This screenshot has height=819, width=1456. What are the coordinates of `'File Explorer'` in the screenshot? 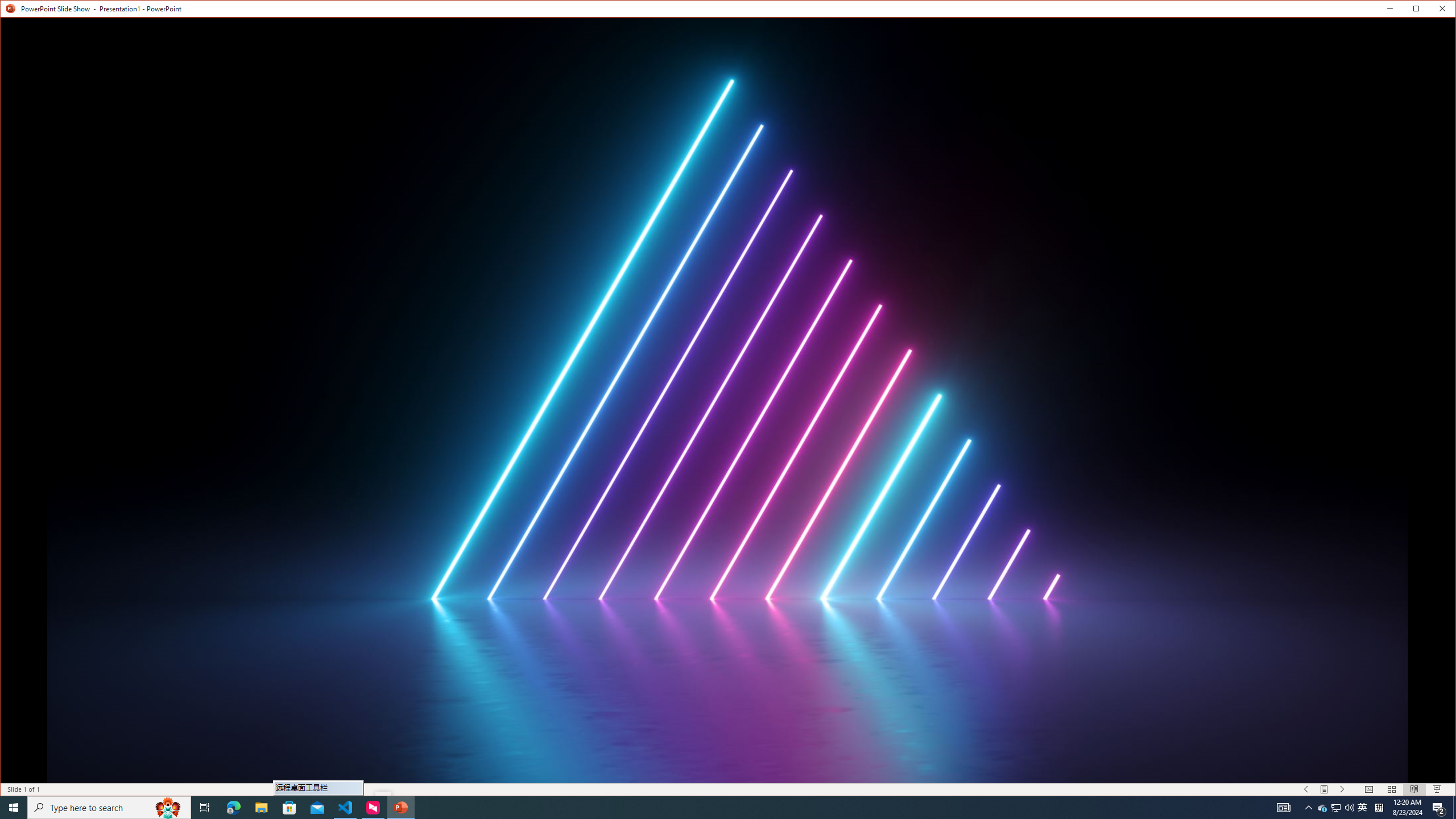 It's located at (260, 806).